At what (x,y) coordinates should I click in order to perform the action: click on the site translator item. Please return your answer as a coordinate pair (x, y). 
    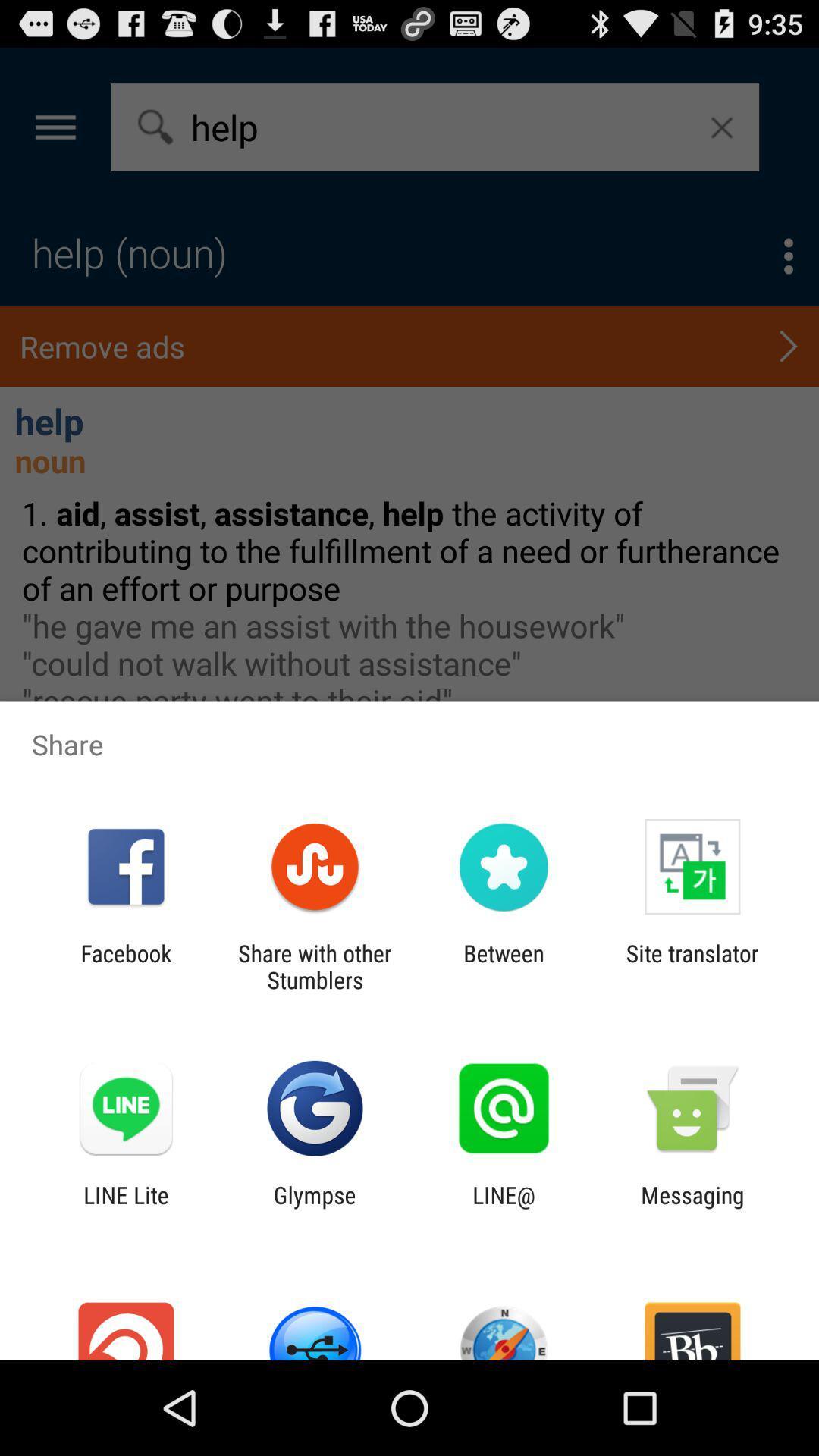
    Looking at the image, I should click on (692, 966).